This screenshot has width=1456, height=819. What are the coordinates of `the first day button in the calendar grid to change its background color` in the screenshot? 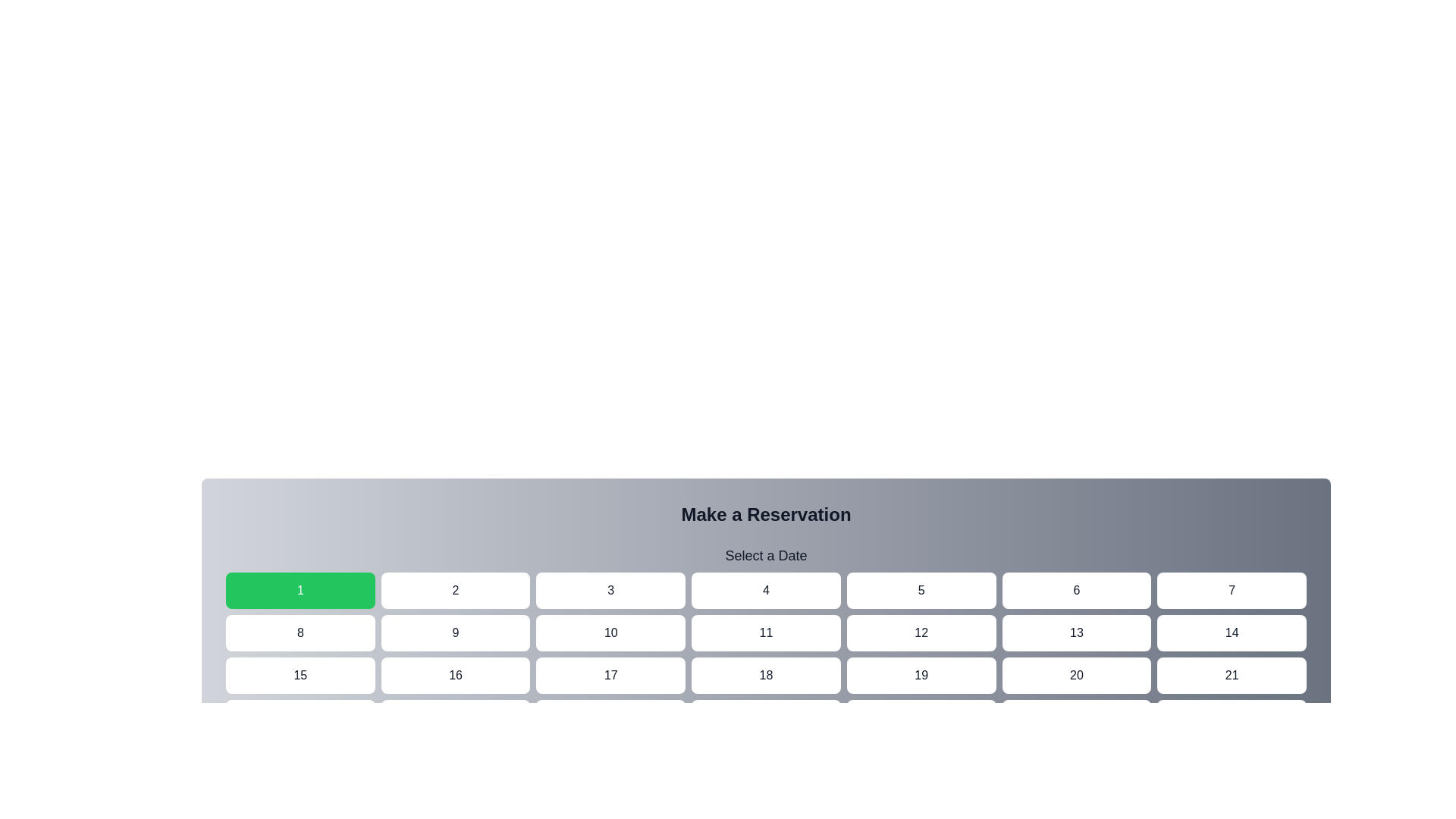 It's located at (300, 590).